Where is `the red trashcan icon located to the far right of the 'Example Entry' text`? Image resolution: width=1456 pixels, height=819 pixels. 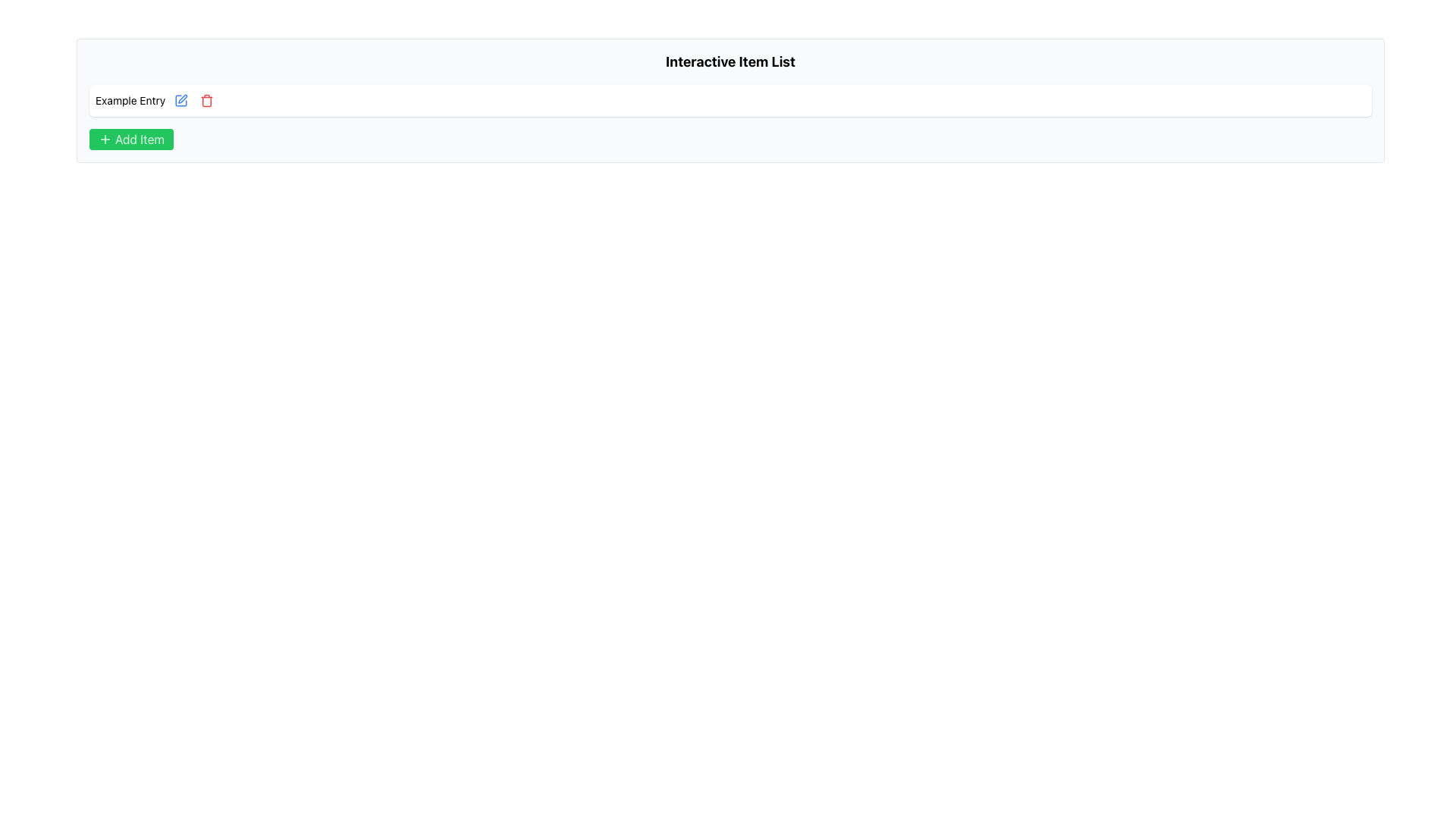
the red trashcan icon located to the far right of the 'Example Entry' text is located at coordinates (206, 100).